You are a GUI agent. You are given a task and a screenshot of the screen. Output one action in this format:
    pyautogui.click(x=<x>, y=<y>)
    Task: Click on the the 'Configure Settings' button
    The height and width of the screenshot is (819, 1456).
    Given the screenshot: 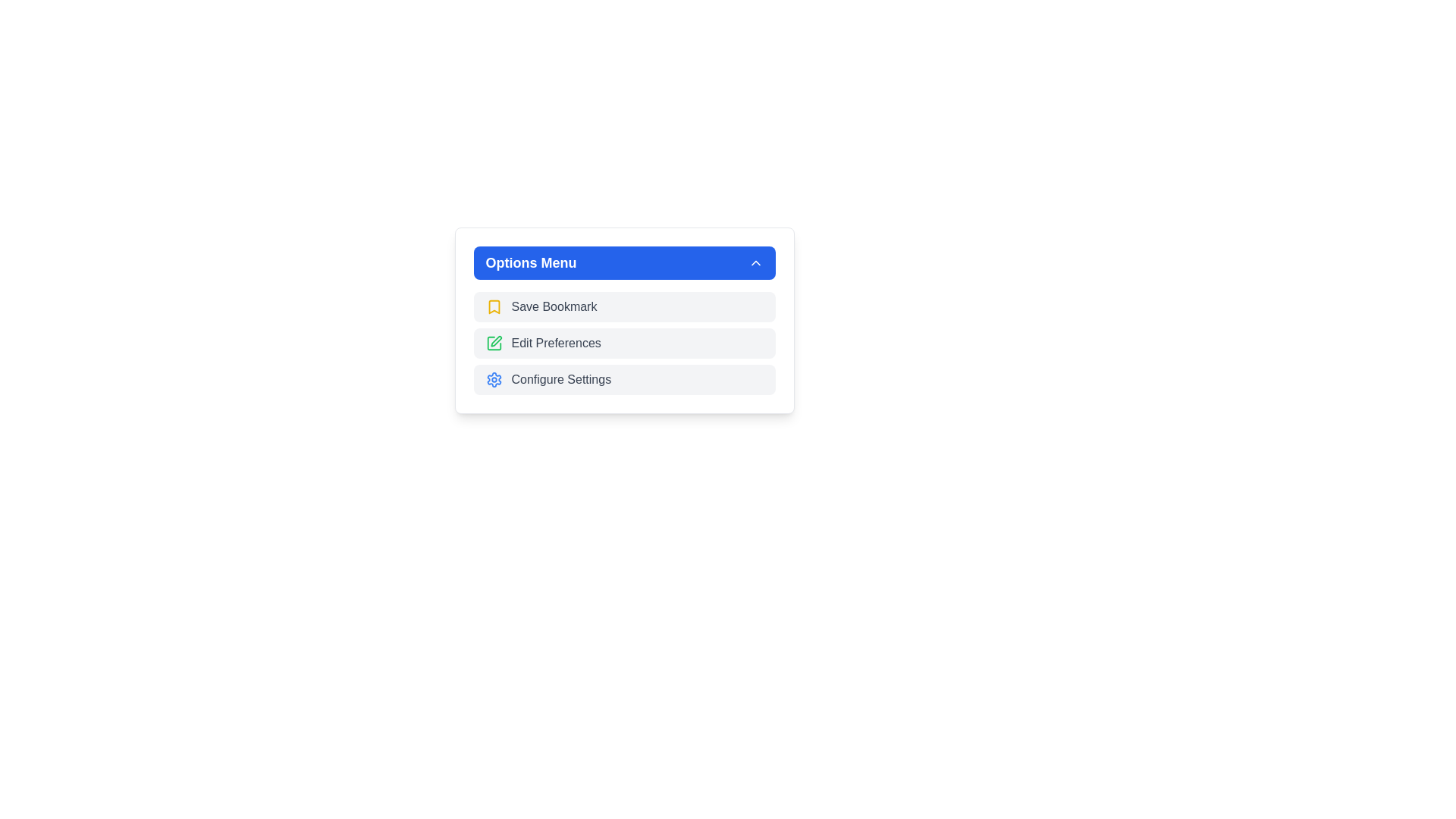 What is the action you would take?
    pyautogui.click(x=624, y=379)
    